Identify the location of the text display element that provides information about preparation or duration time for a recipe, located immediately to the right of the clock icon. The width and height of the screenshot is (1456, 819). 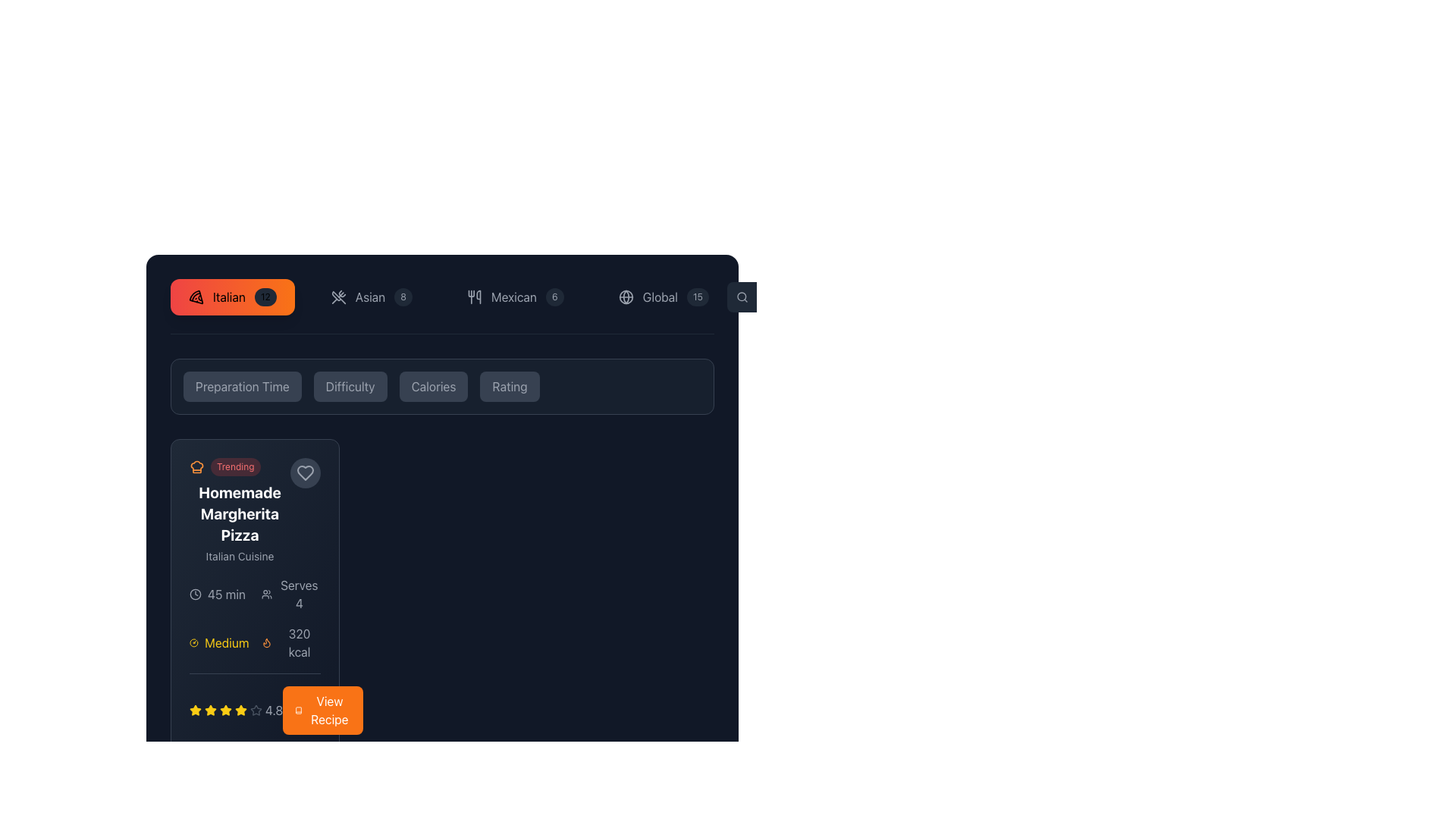
(225, 593).